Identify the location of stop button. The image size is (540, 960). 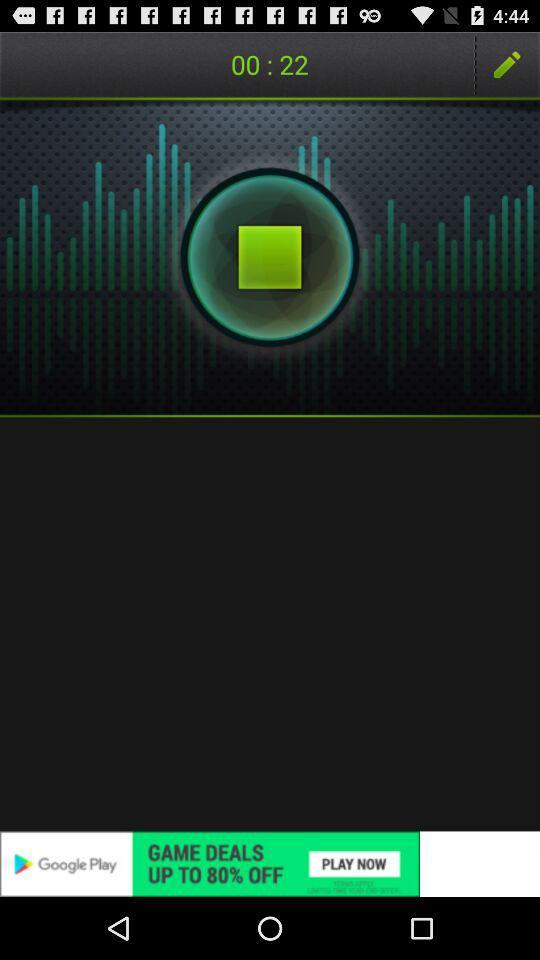
(270, 256).